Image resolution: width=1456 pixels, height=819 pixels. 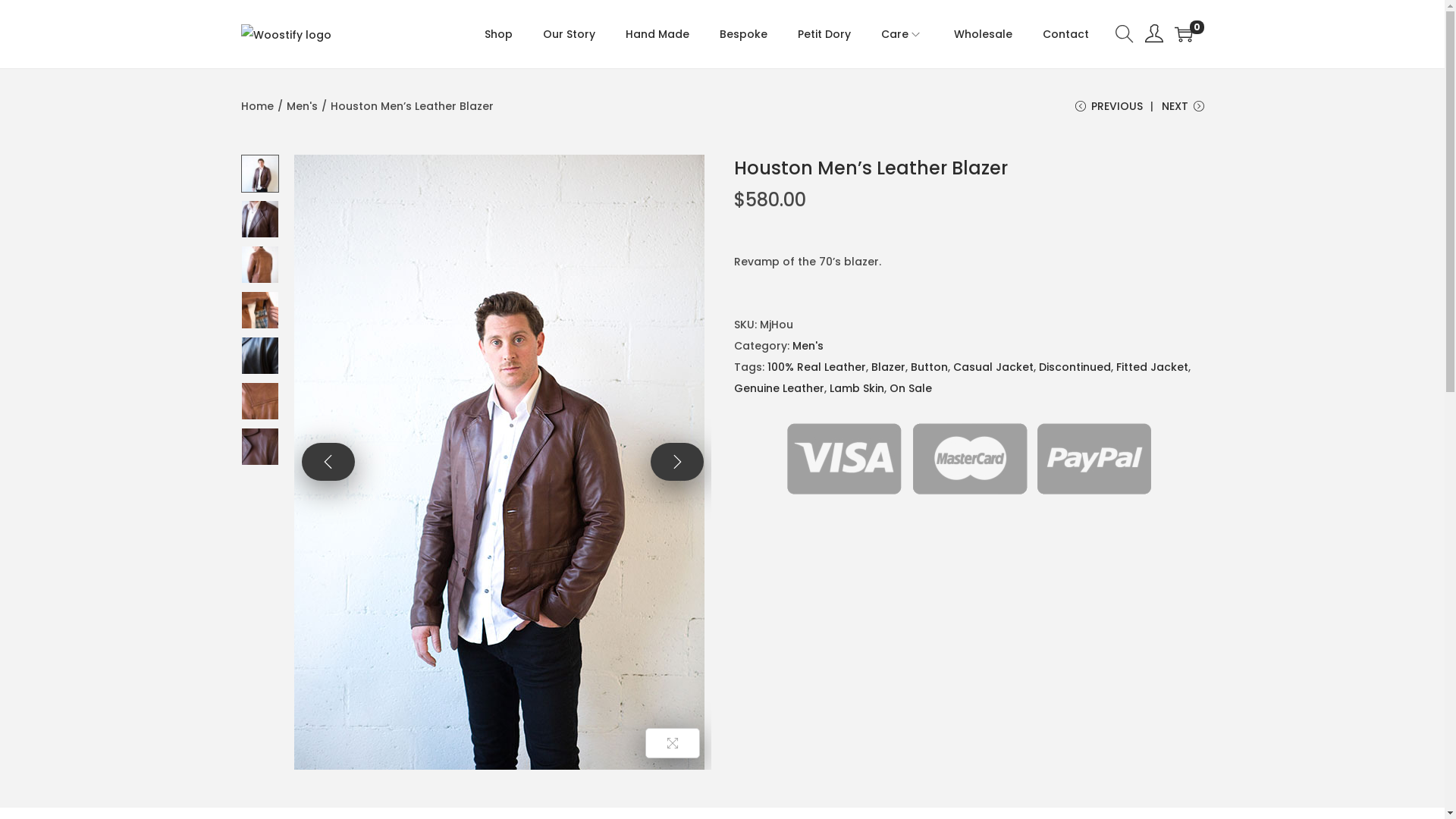 What do you see at coordinates (856, 388) in the screenshot?
I see `'Lamb Skin'` at bounding box center [856, 388].